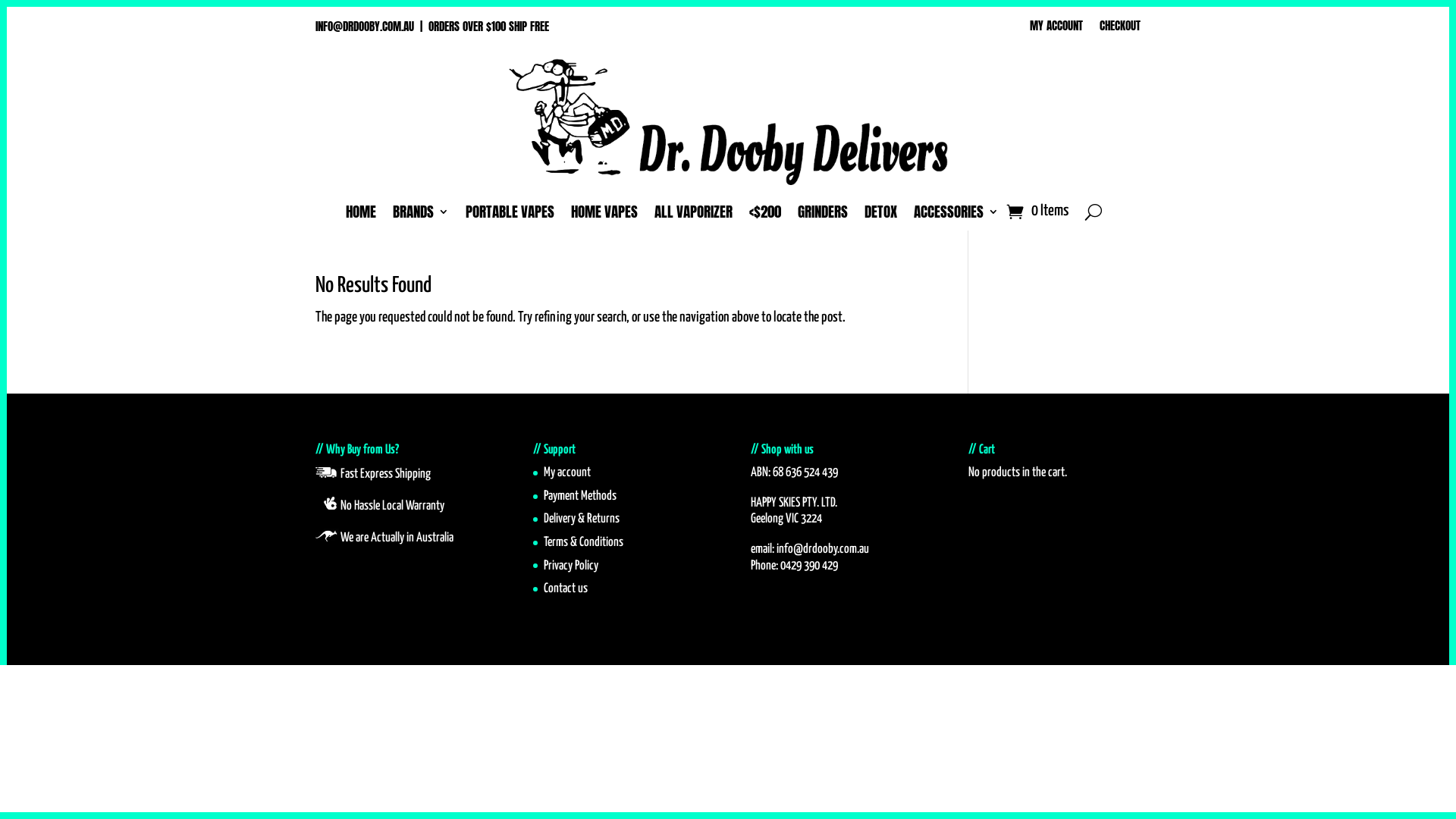 The height and width of the screenshot is (819, 1456). I want to click on 'Payment Methods', so click(579, 496).